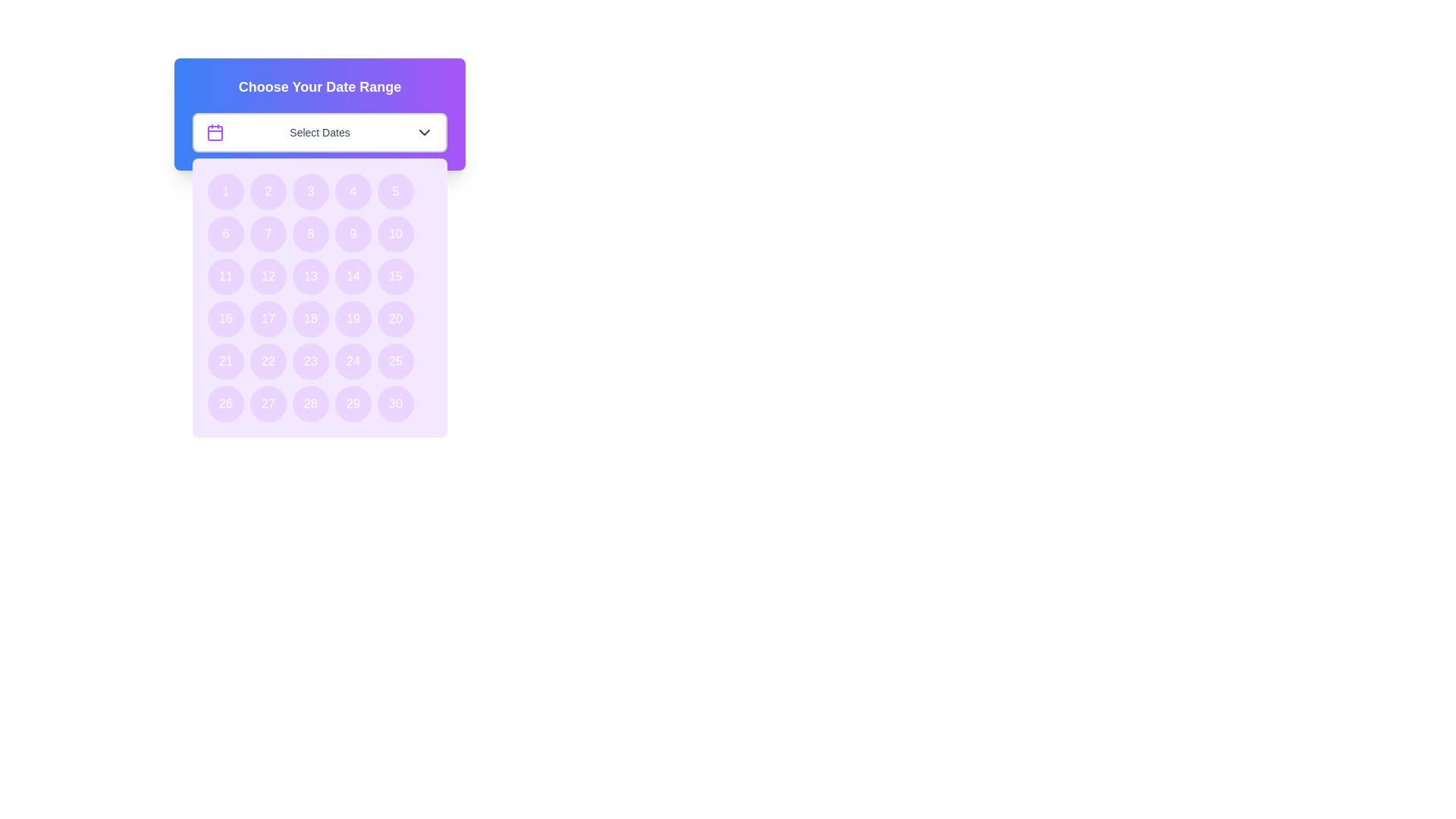 The height and width of the screenshot is (819, 1456). I want to click on the circular button with a light purple background and the white number '27' in its center, so click(268, 403).